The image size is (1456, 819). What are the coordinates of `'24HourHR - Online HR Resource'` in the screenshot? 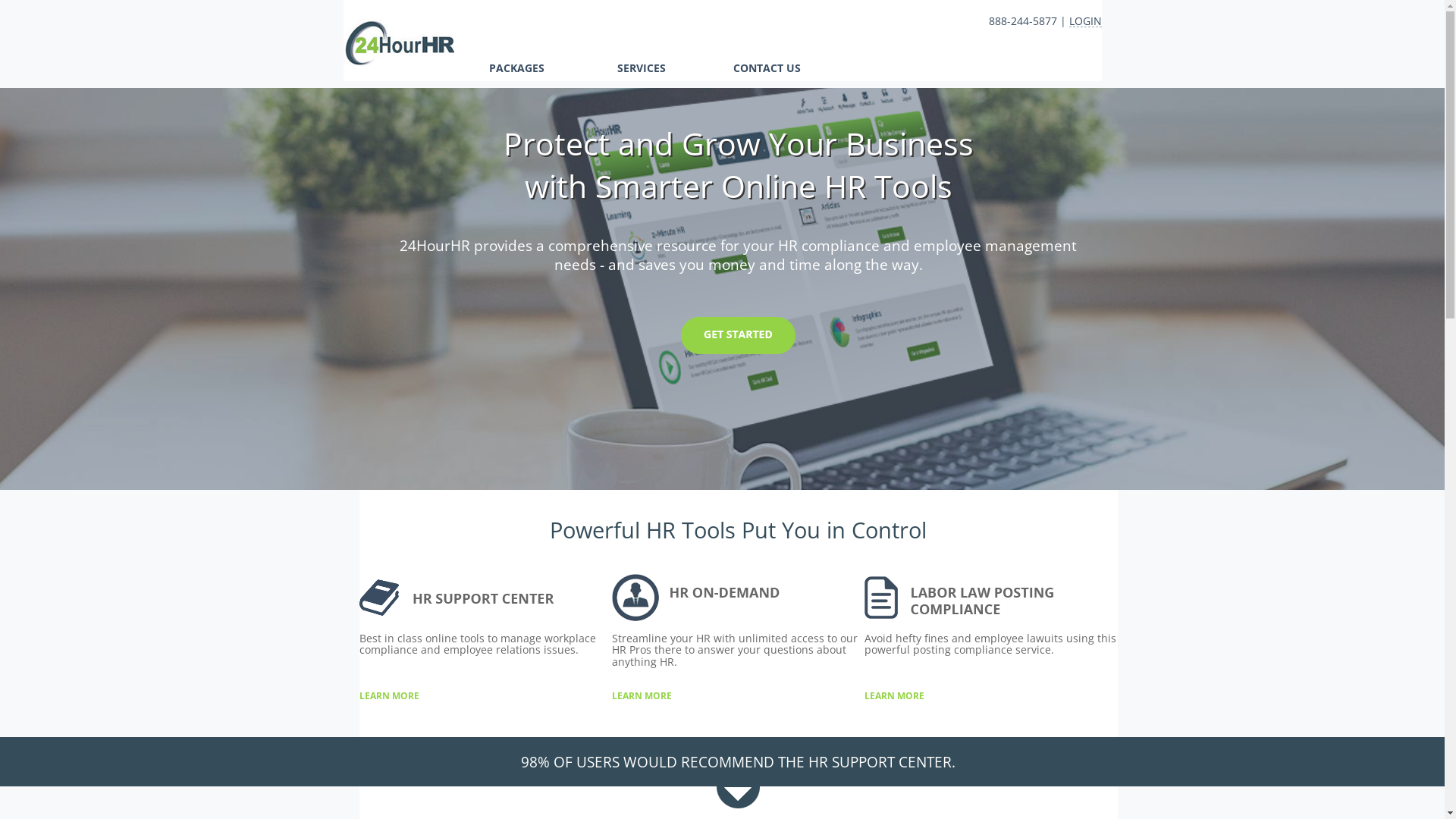 It's located at (397, 61).